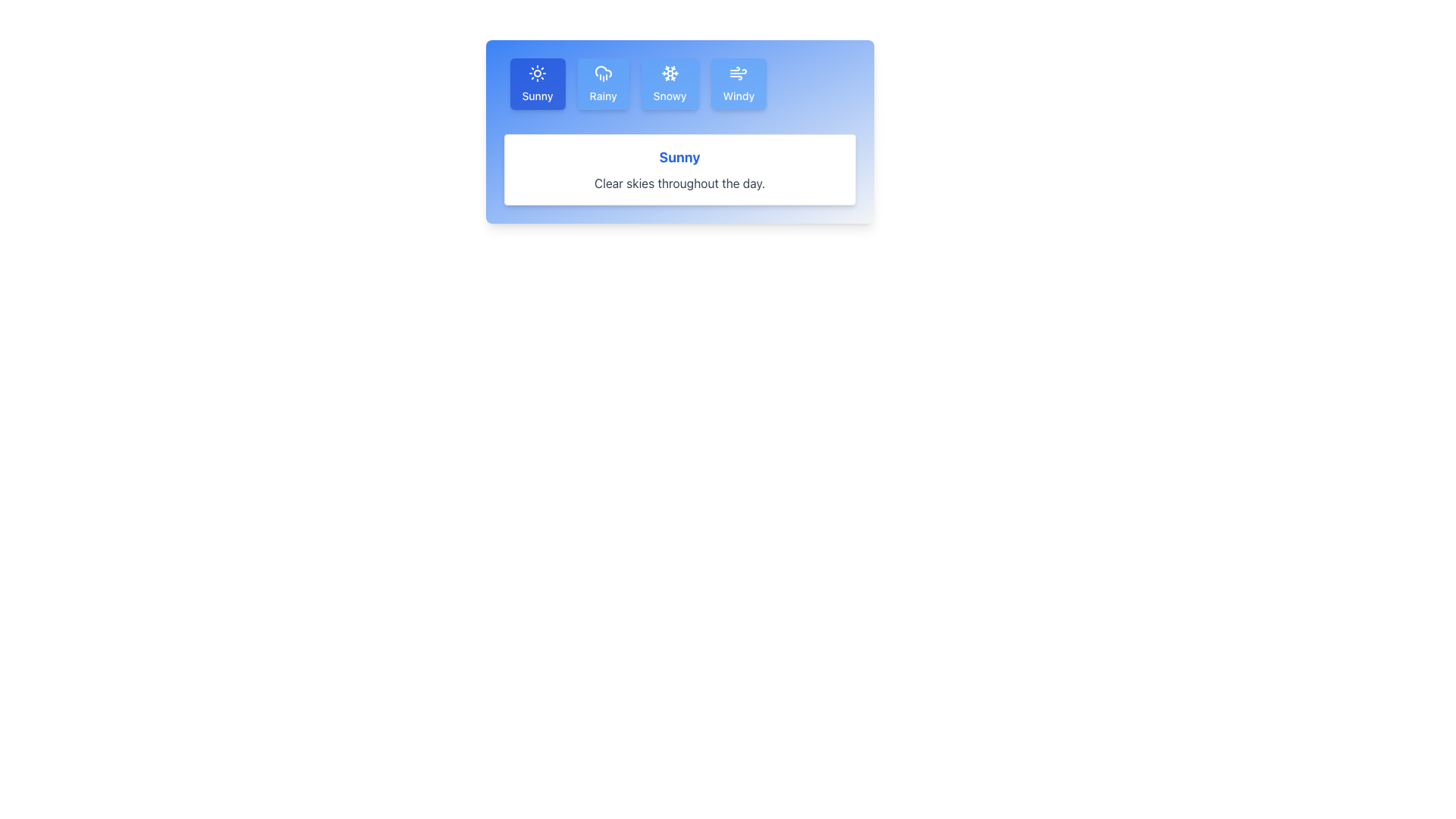 This screenshot has height=819, width=1456. Describe the element at coordinates (602, 84) in the screenshot. I see `the light blue 'Rainy' button with a white rain cloud icon, positioned between the 'Sunny' and 'Snowy' buttons` at that location.